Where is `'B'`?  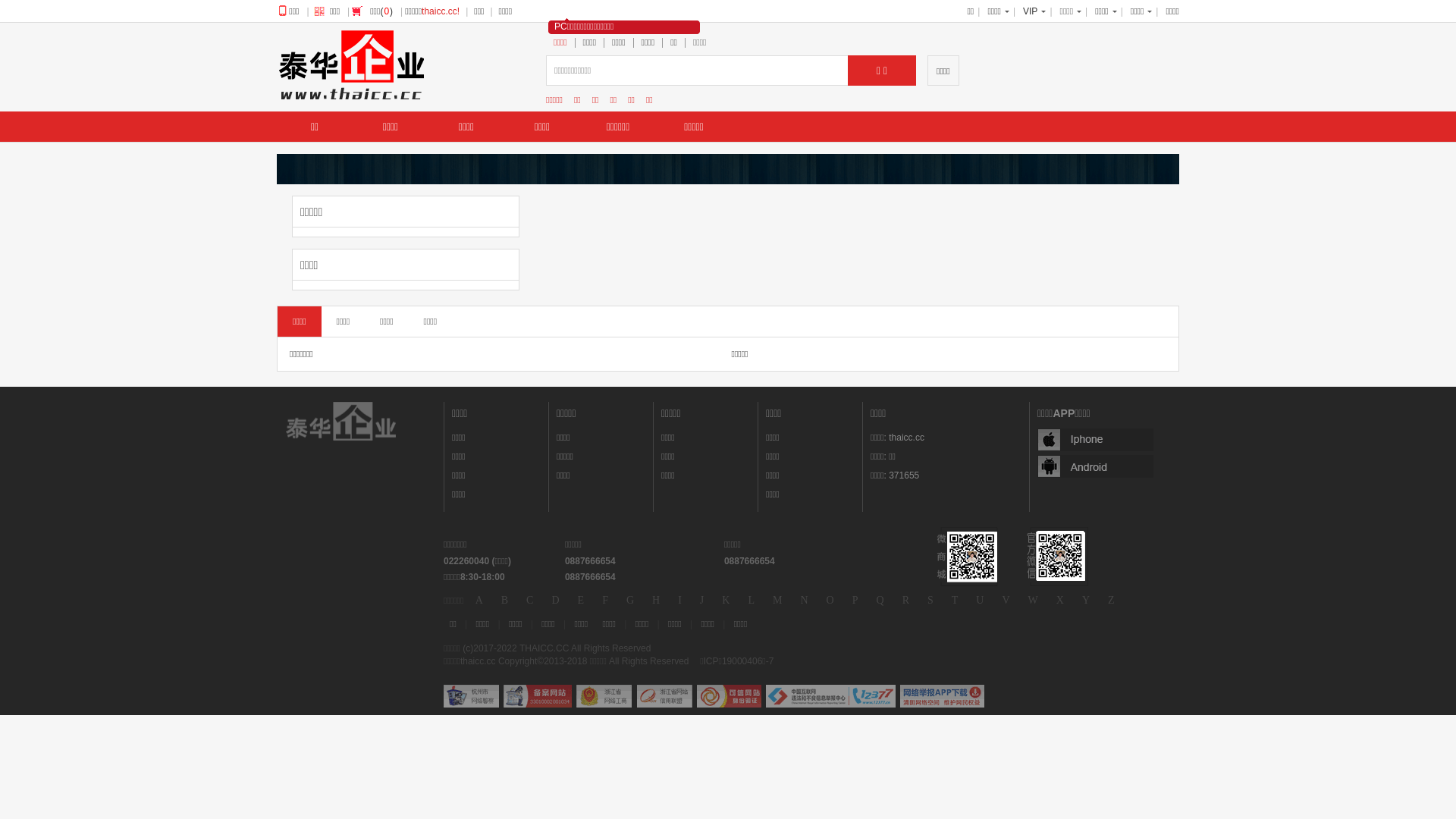 'B' is located at coordinates (504, 599).